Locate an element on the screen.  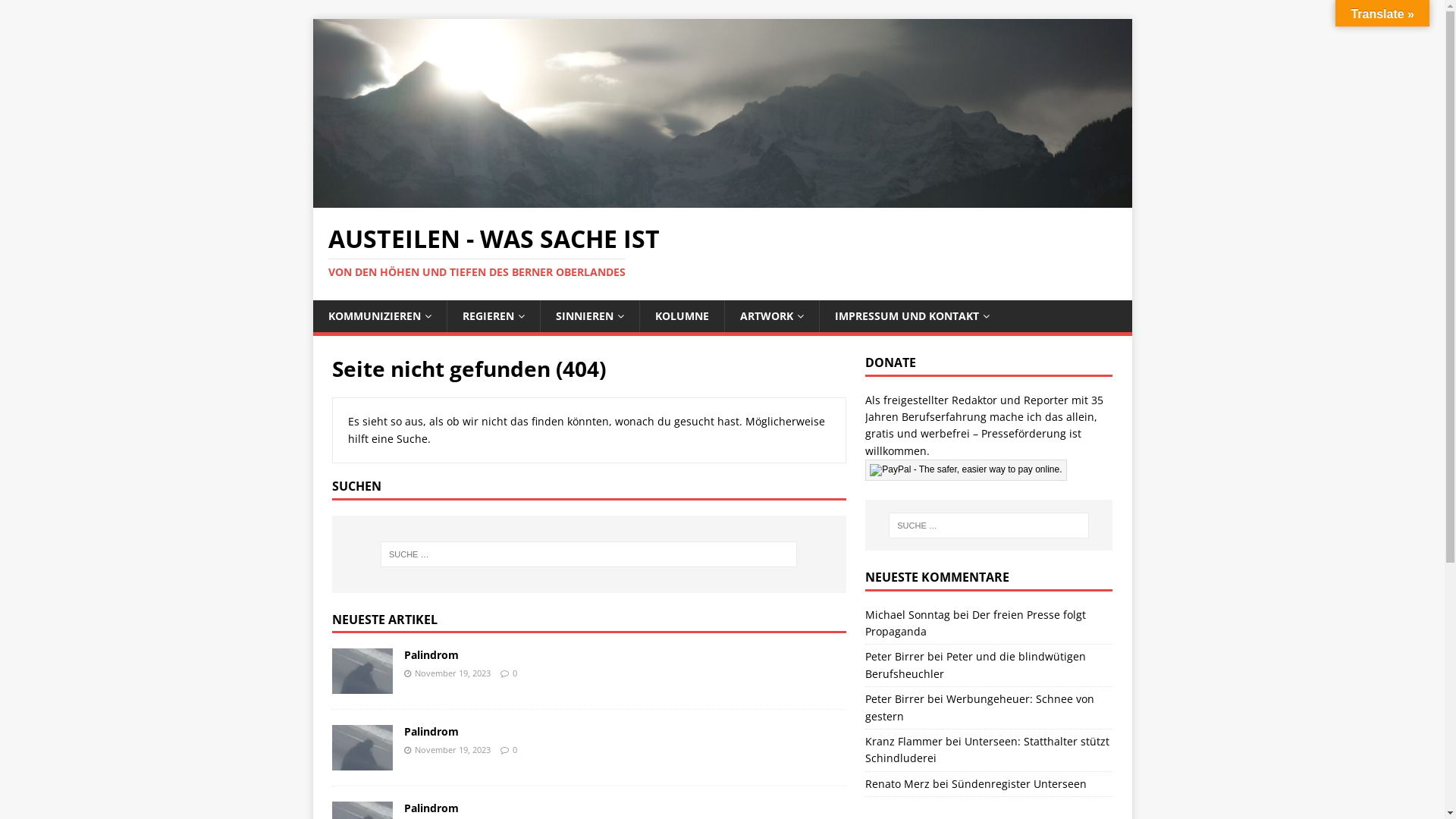
'SINNIEREN' is located at coordinates (588, 315).